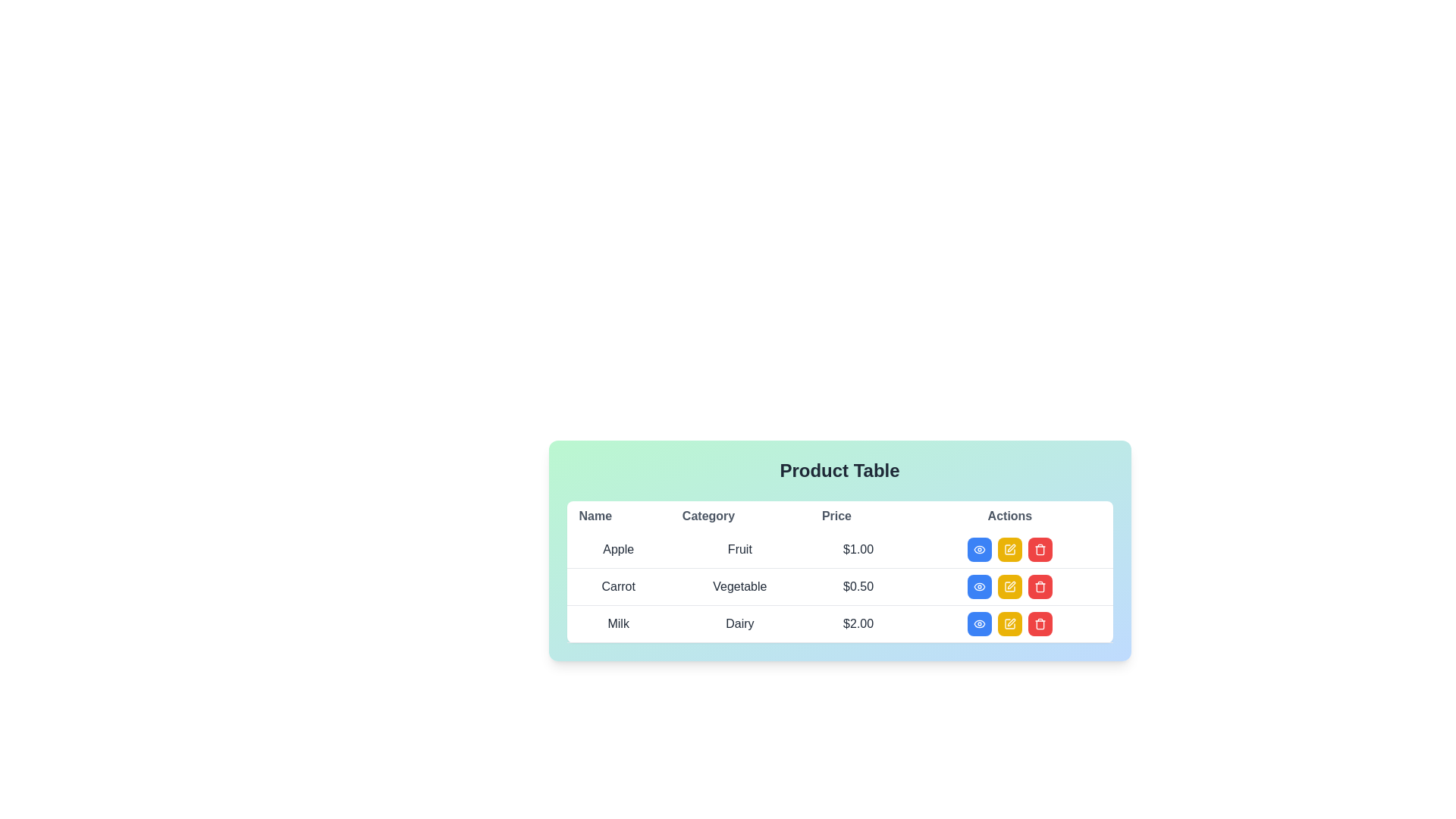 The image size is (1456, 819). I want to click on the 'Actions' column label in the table header, which is the rightmost header aligned centrally, so click(1009, 516).